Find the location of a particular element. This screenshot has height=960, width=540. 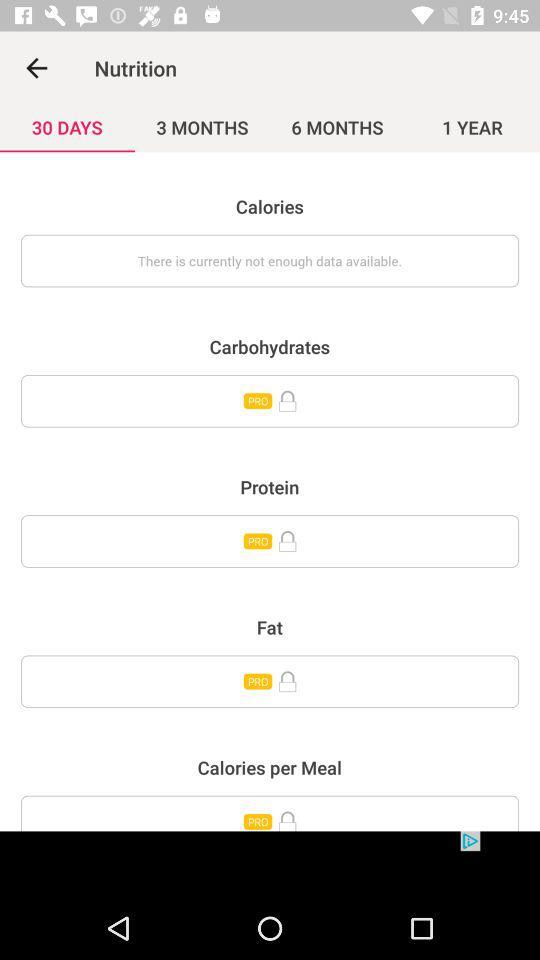

the icon below the calories per meal item is located at coordinates (270, 813).